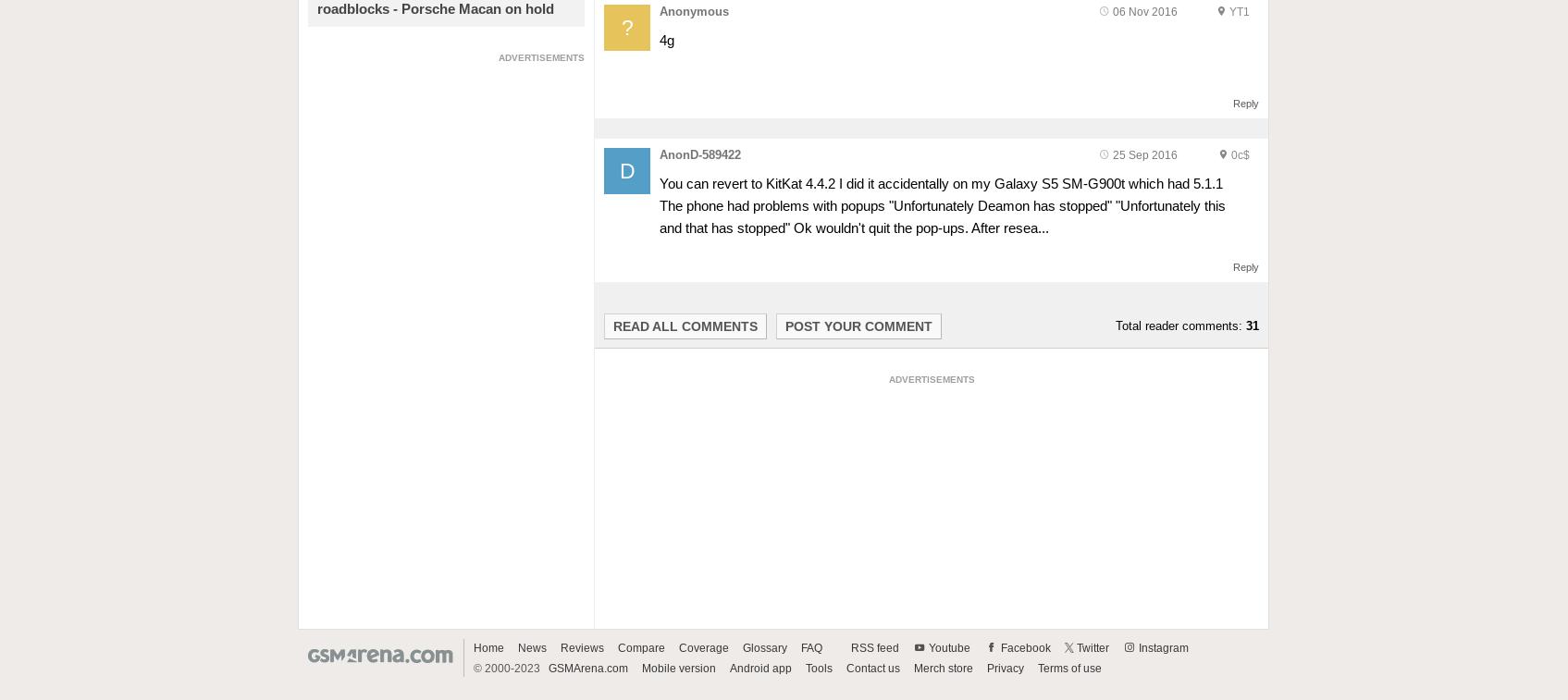  Describe the element at coordinates (1241, 154) in the screenshot. I see `'0c$'` at that location.